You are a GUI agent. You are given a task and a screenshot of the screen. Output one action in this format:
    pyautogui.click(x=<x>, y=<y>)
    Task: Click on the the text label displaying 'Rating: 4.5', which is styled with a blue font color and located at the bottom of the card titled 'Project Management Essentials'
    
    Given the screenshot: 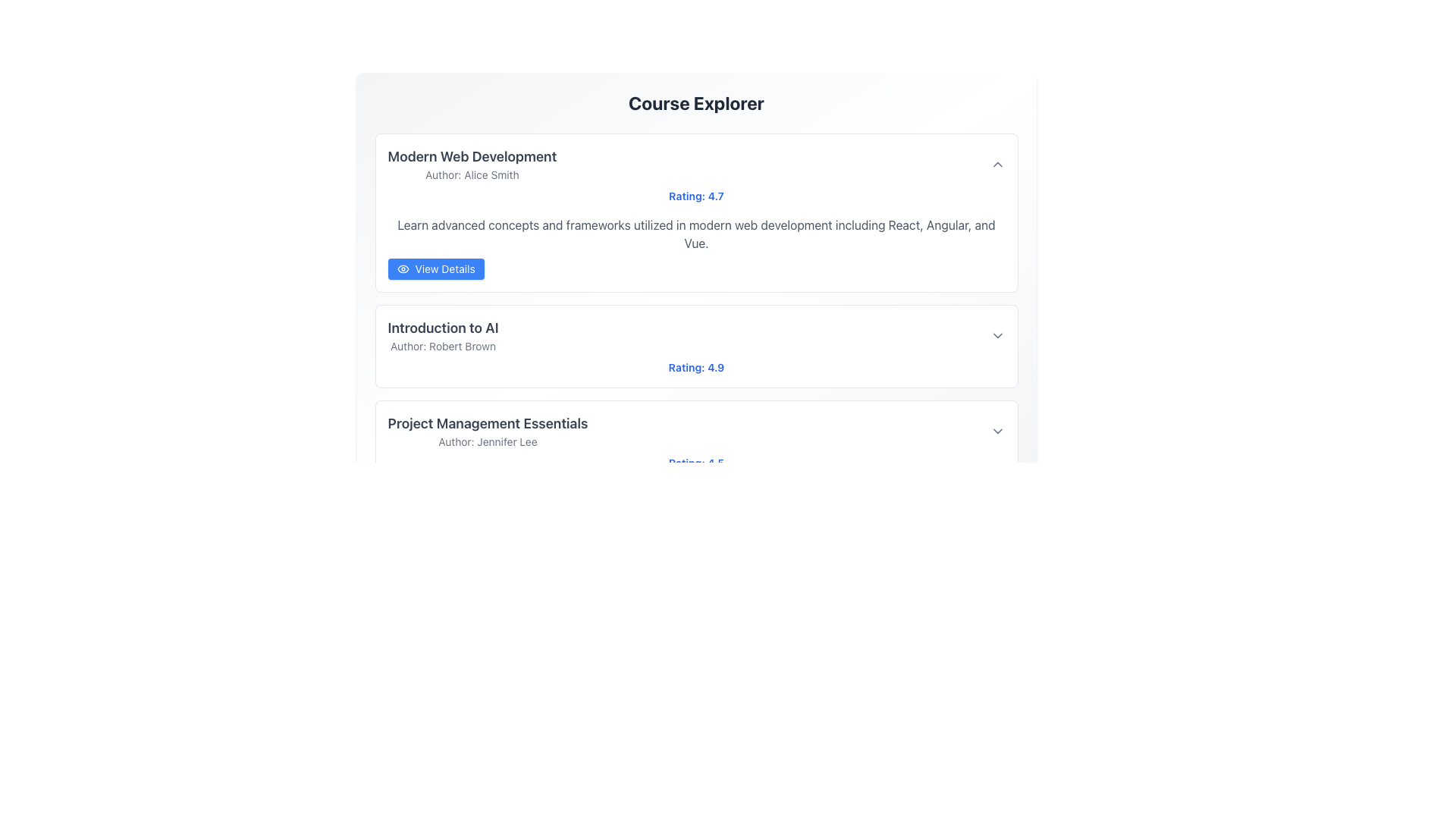 What is the action you would take?
    pyautogui.click(x=695, y=462)
    